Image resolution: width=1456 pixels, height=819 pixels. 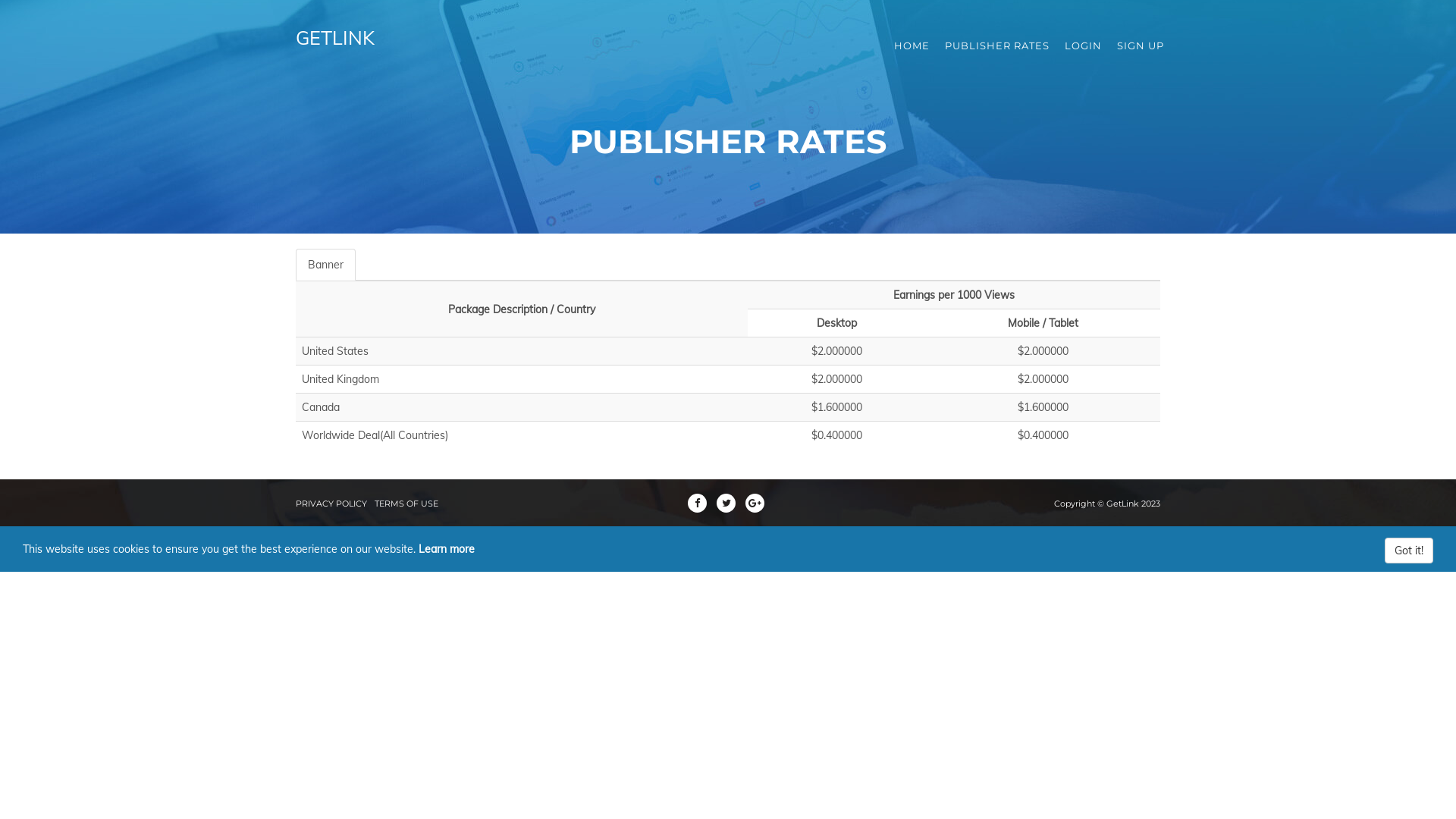 What do you see at coordinates (325, 263) in the screenshot?
I see `'Banner'` at bounding box center [325, 263].